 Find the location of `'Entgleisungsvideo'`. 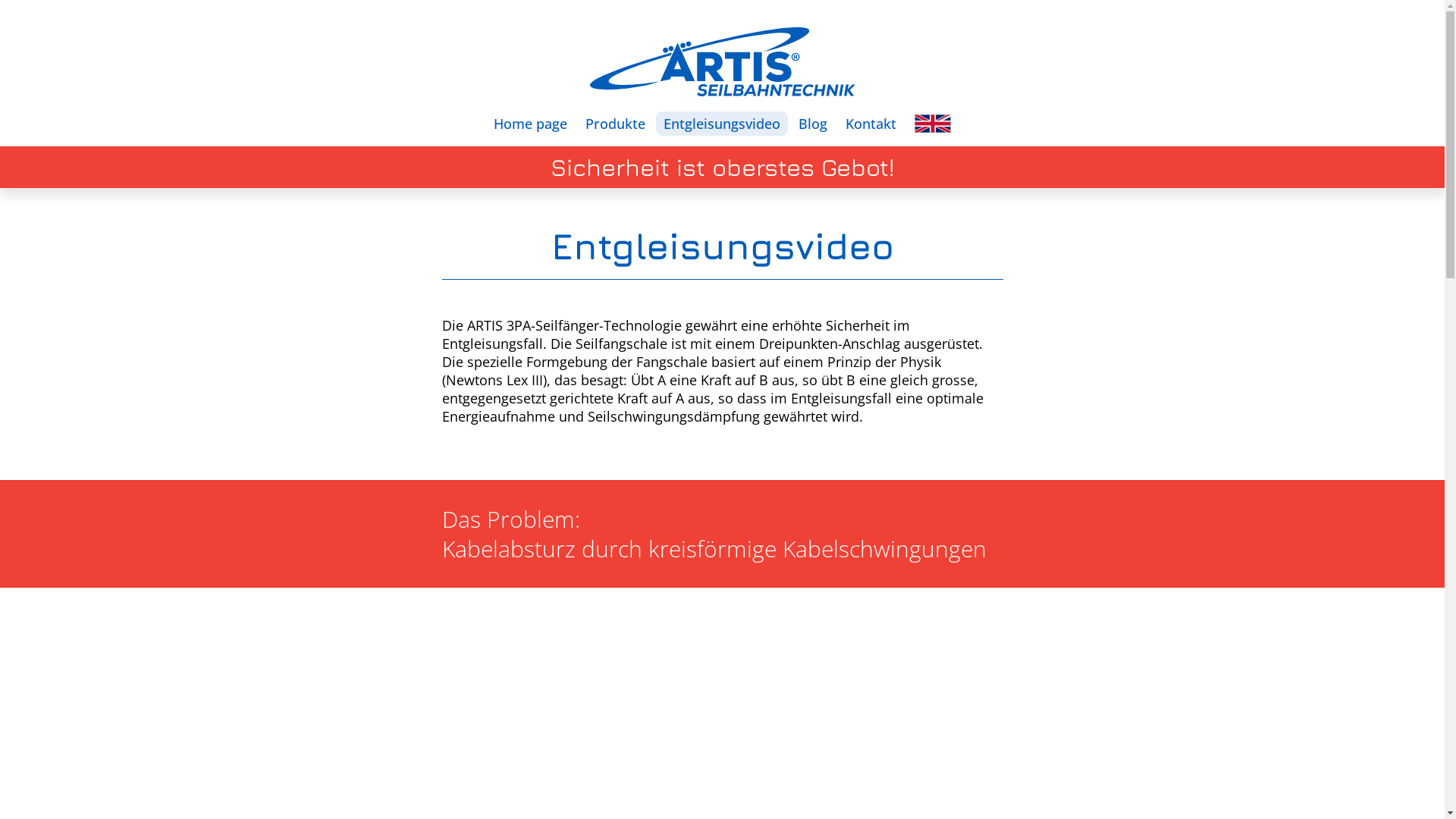

'Entgleisungsvideo' is located at coordinates (720, 122).